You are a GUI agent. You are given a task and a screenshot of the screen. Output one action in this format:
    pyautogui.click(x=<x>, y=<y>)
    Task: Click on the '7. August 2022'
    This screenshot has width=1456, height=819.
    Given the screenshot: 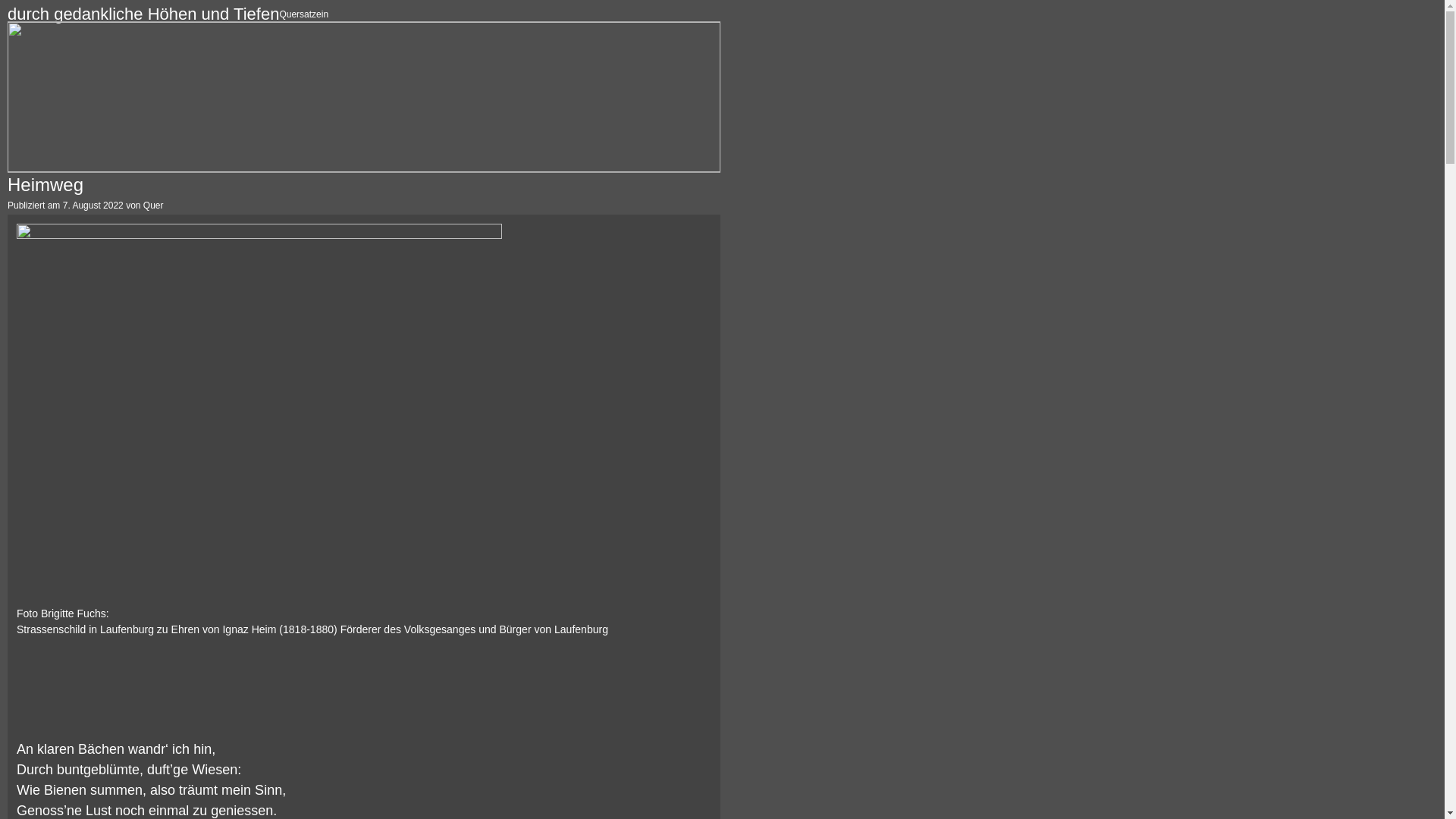 What is the action you would take?
    pyautogui.click(x=93, y=205)
    